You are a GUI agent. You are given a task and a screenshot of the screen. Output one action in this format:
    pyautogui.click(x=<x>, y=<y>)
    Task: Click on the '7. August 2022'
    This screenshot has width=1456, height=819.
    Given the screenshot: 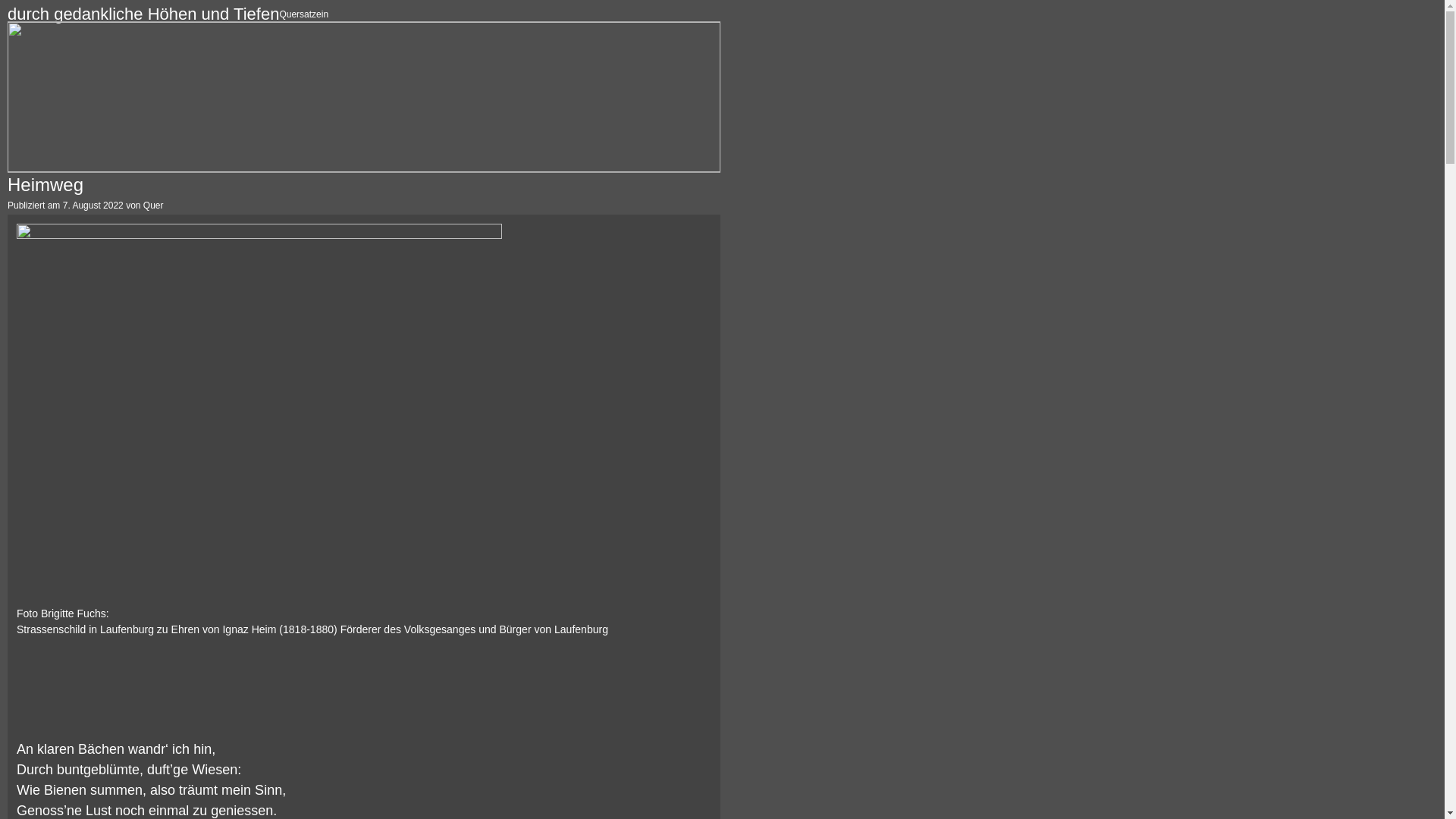 What is the action you would take?
    pyautogui.click(x=93, y=205)
    